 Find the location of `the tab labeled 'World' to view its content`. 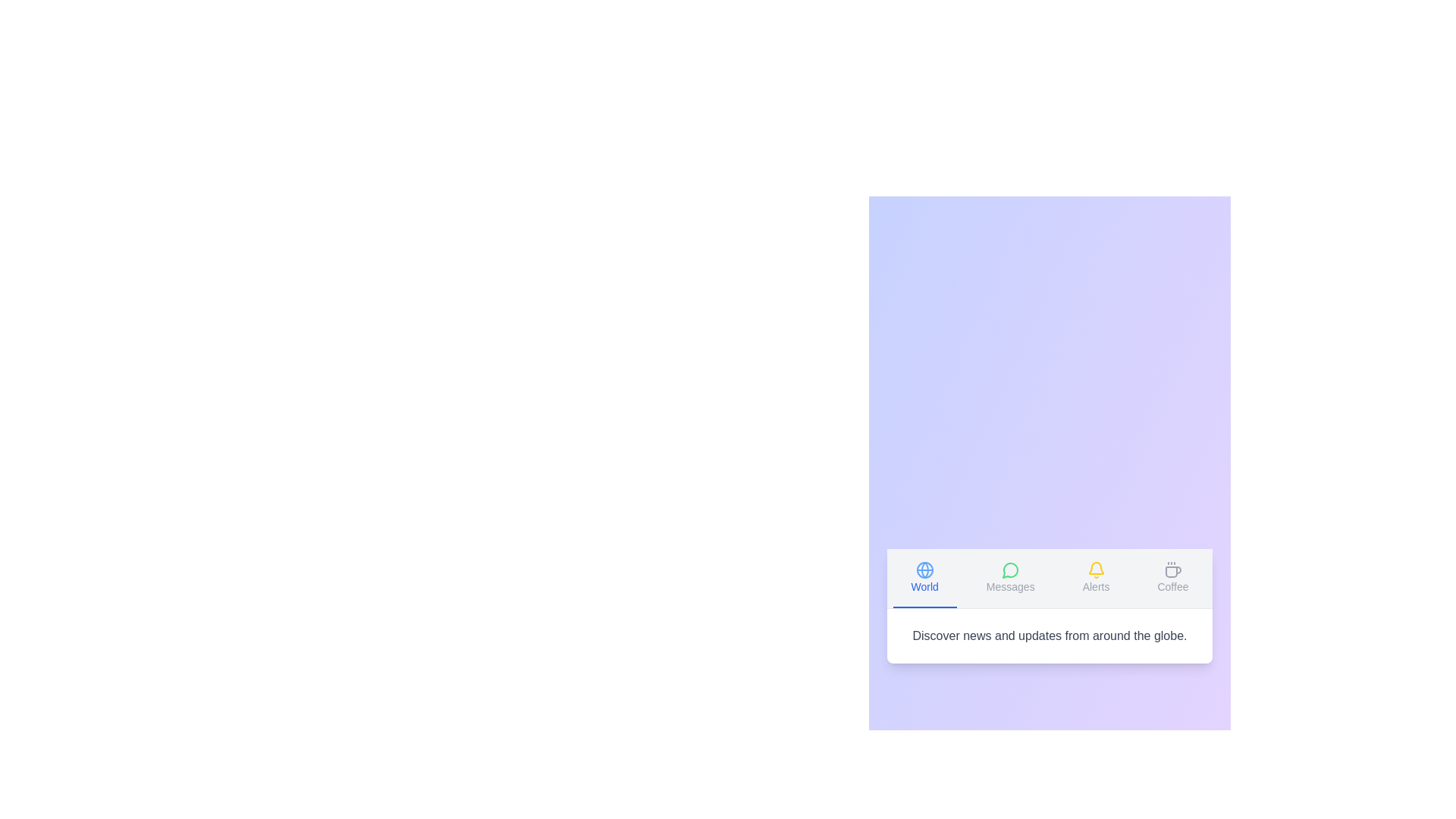

the tab labeled 'World' to view its content is located at coordinates (924, 578).